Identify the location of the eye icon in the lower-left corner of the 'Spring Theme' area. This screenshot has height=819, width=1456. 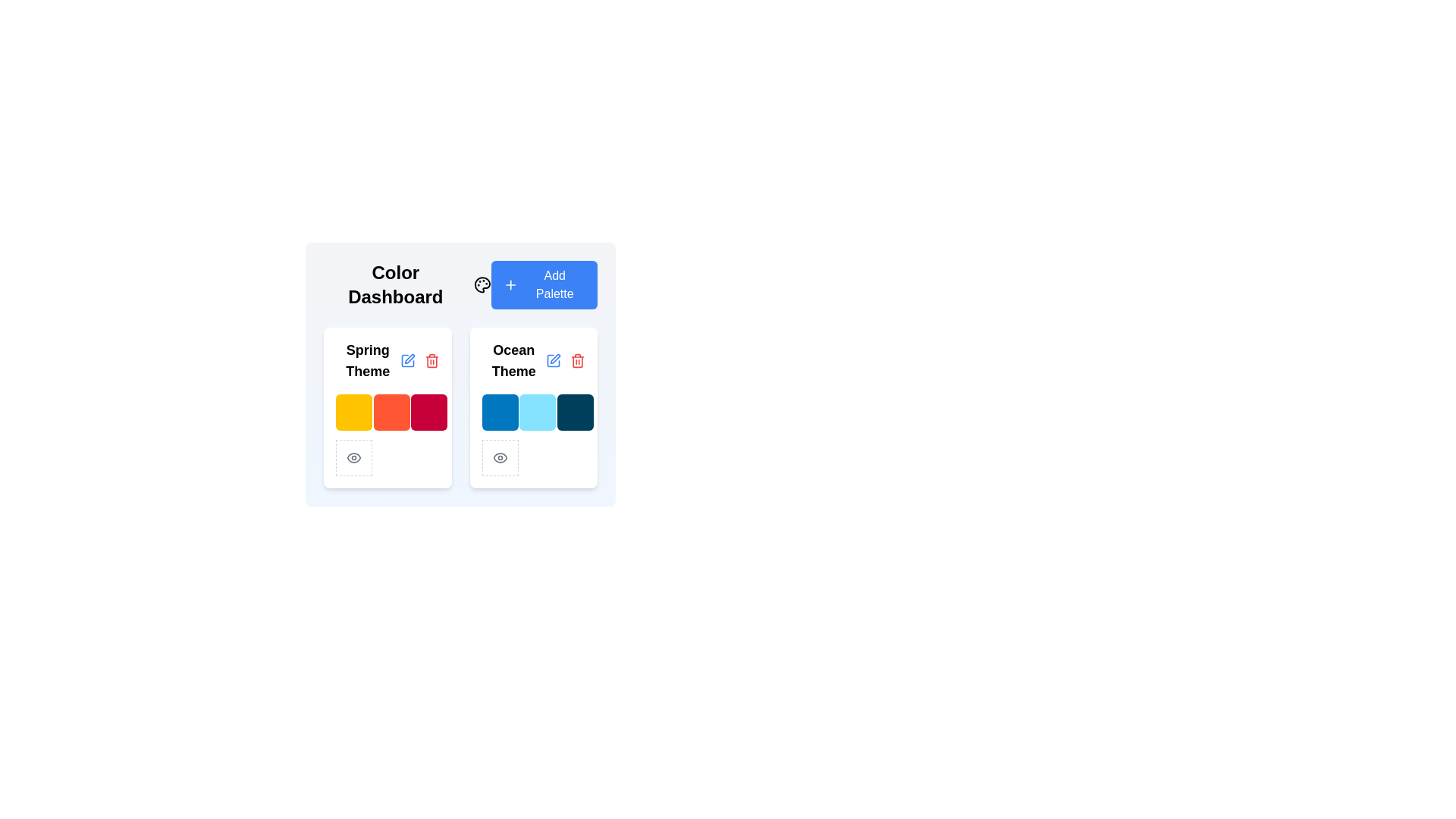
(500, 457).